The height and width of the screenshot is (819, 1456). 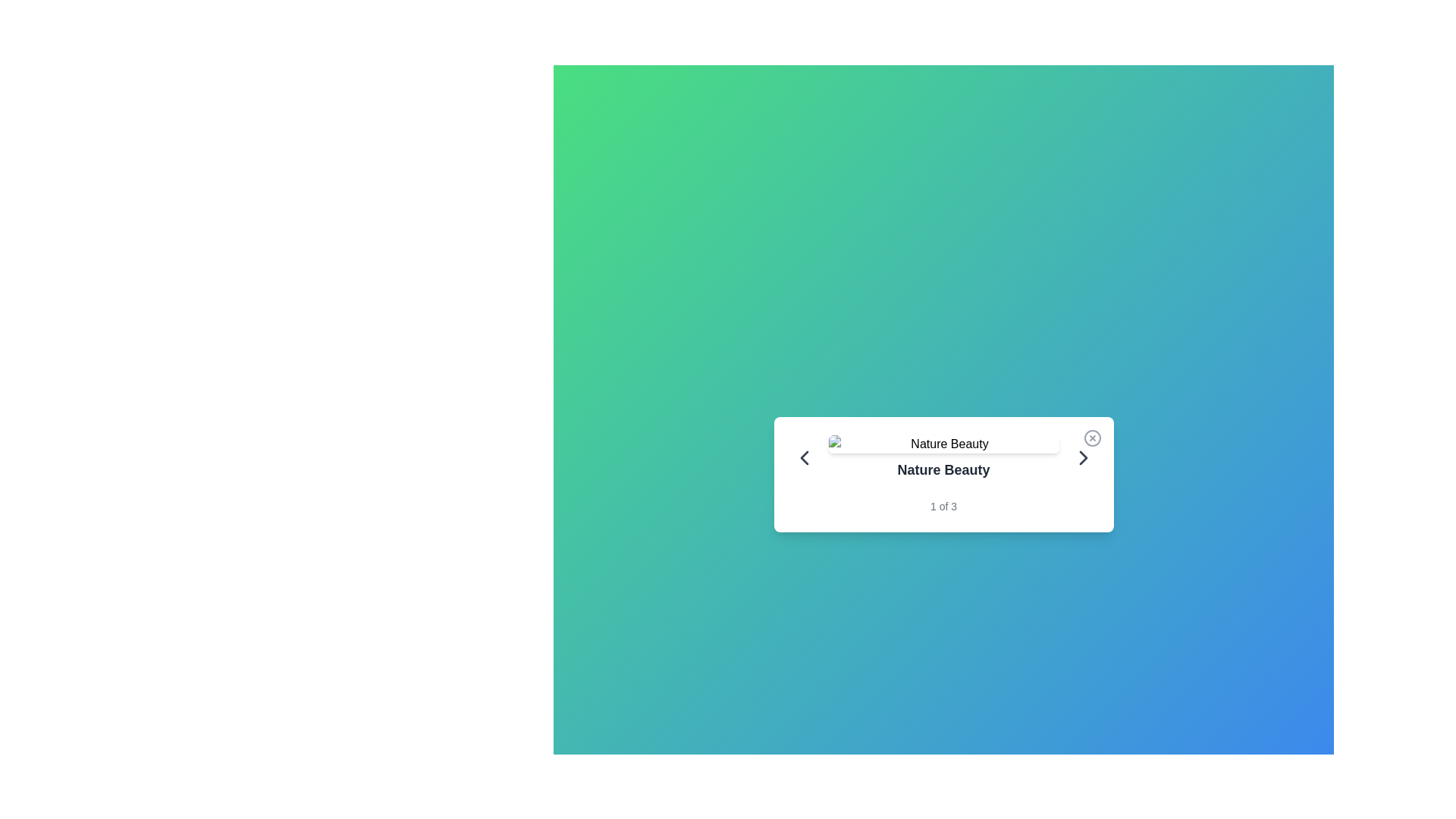 I want to click on text '1 of 3' displayed at the bottom of the pop-up card titled 'Nature Beauty', which is centered horizontally within a white, rounded, and shadowed card, so click(x=943, y=506).